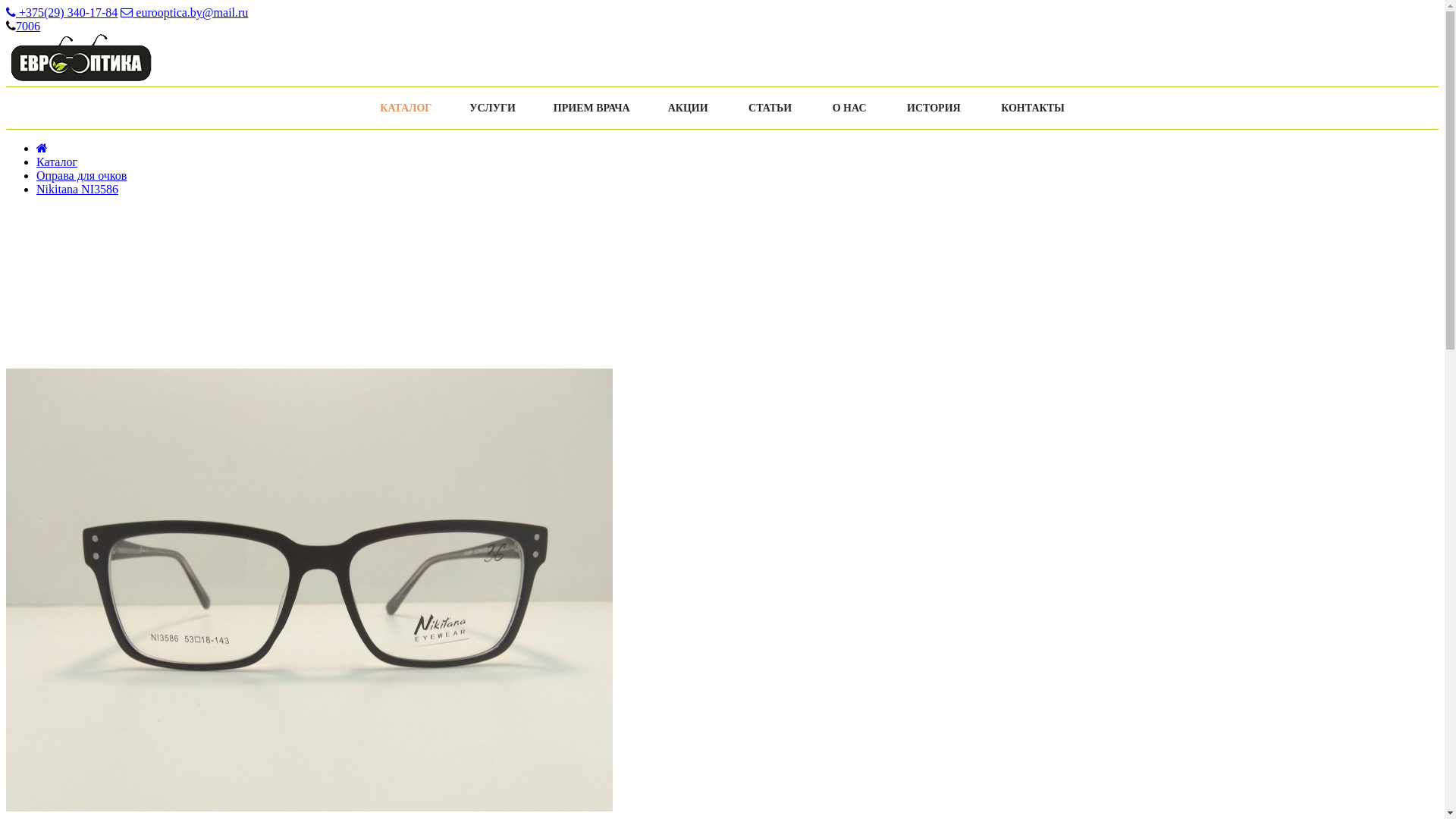 Image resolution: width=1456 pixels, height=819 pixels. What do you see at coordinates (28, 26) in the screenshot?
I see `'7006'` at bounding box center [28, 26].